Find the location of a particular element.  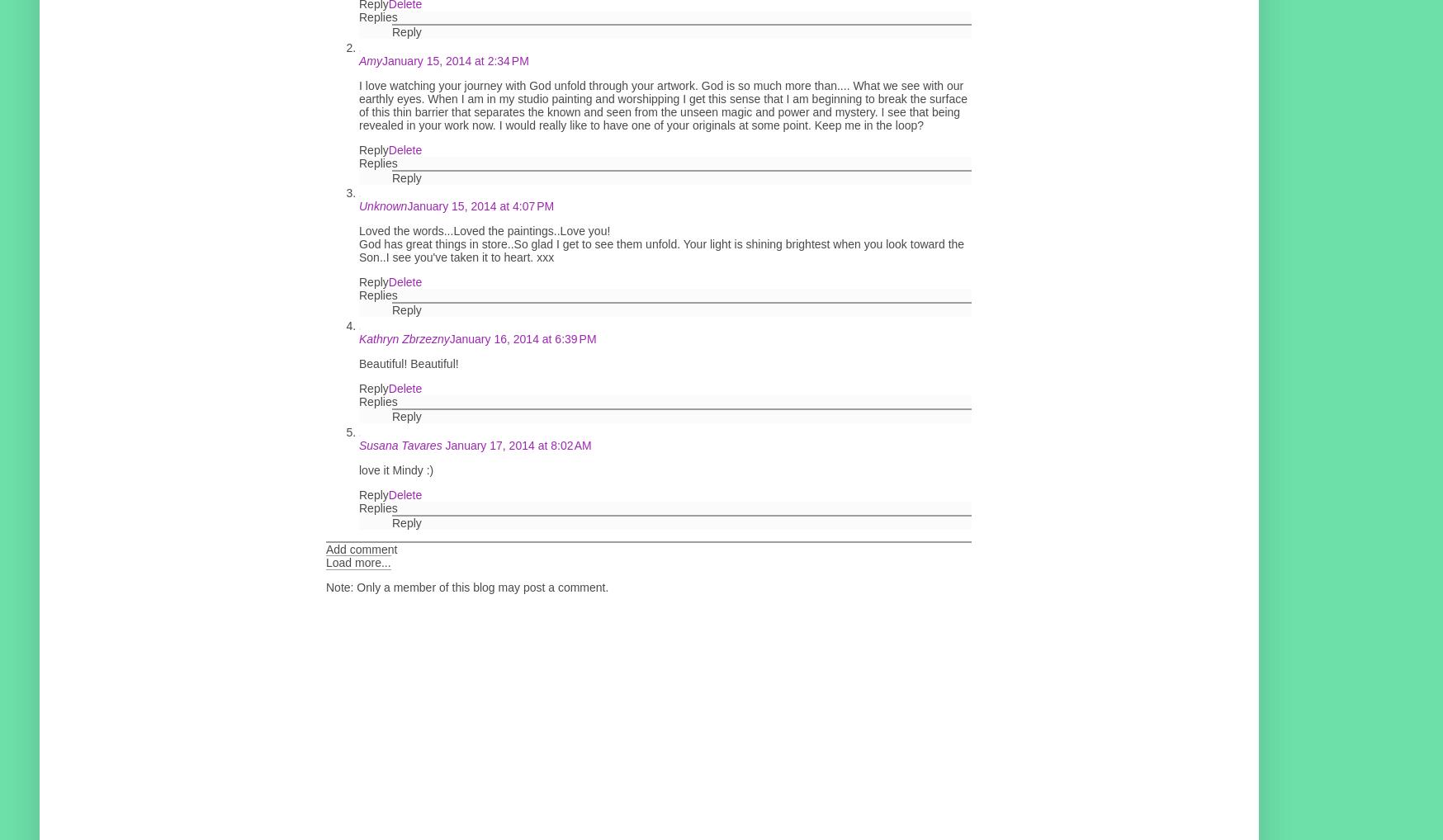

'Beautiful! Beautiful!' is located at coordinates (408, 362).